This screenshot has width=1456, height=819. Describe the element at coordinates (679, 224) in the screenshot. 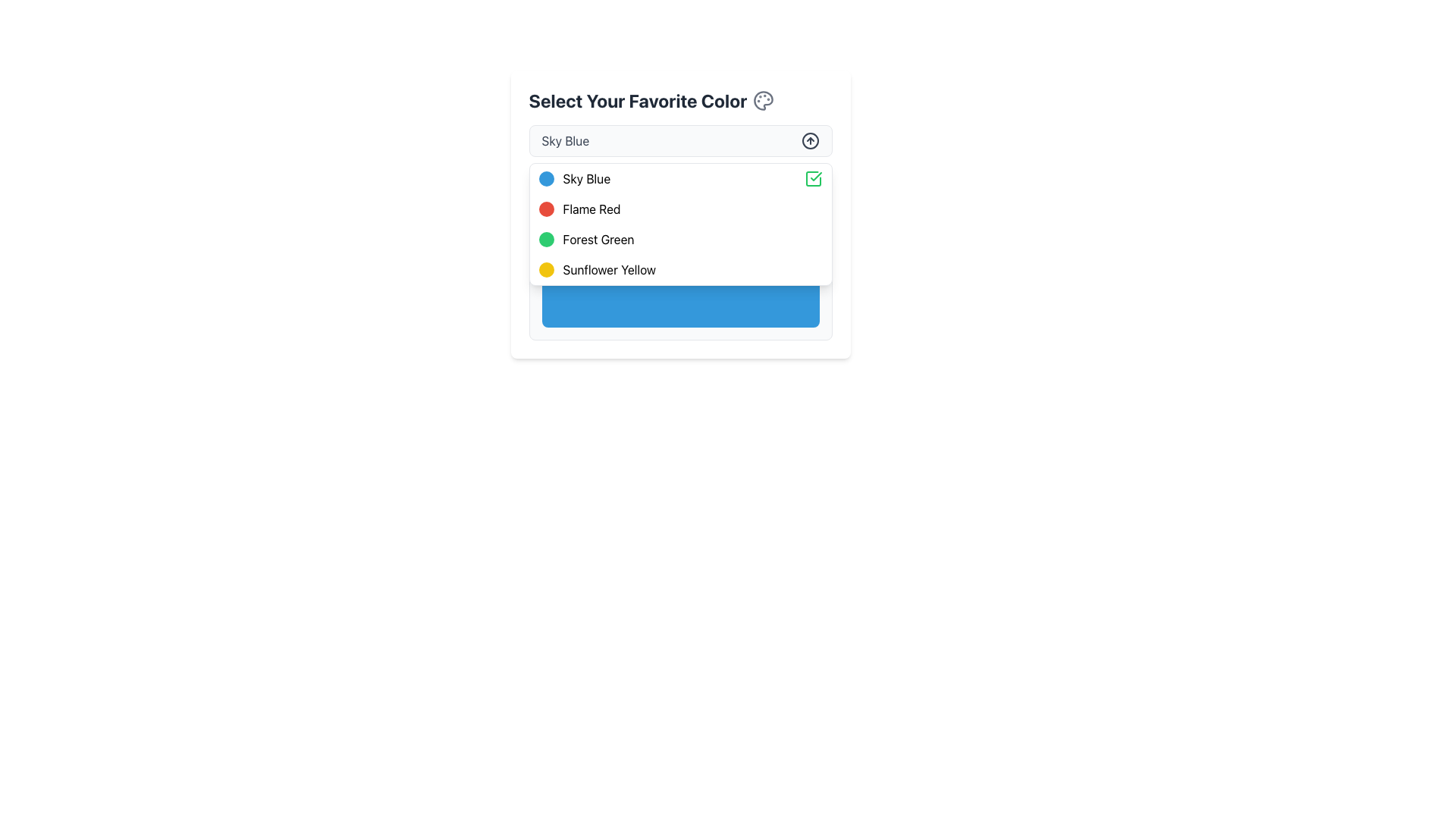

I see `the dropdown menu option` at that location.